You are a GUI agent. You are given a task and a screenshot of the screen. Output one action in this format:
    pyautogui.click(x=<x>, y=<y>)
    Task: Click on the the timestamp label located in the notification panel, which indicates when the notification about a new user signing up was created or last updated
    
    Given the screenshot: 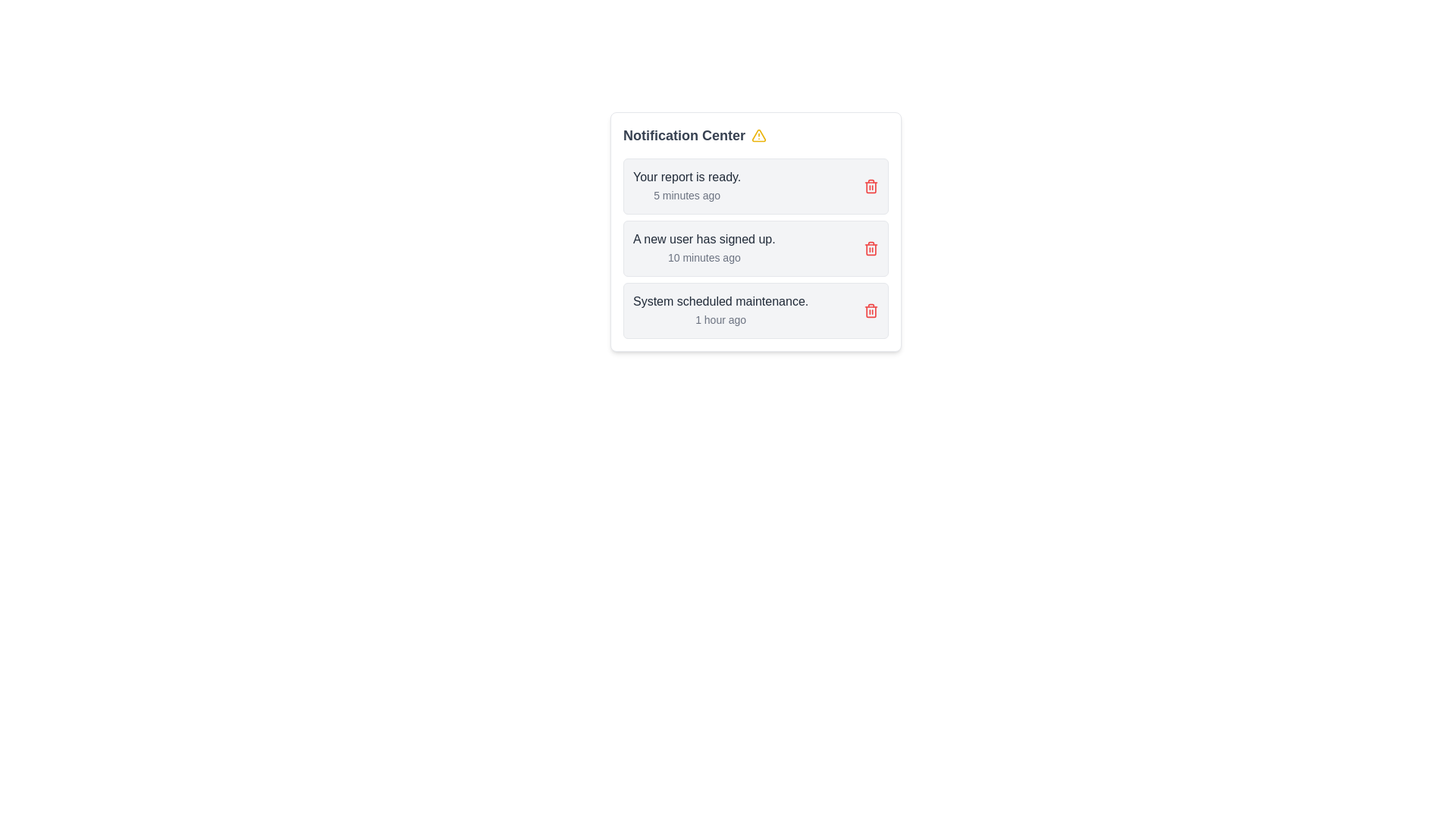 What is the action you would take?
    pyautogui.click(x=703, y=256)
    